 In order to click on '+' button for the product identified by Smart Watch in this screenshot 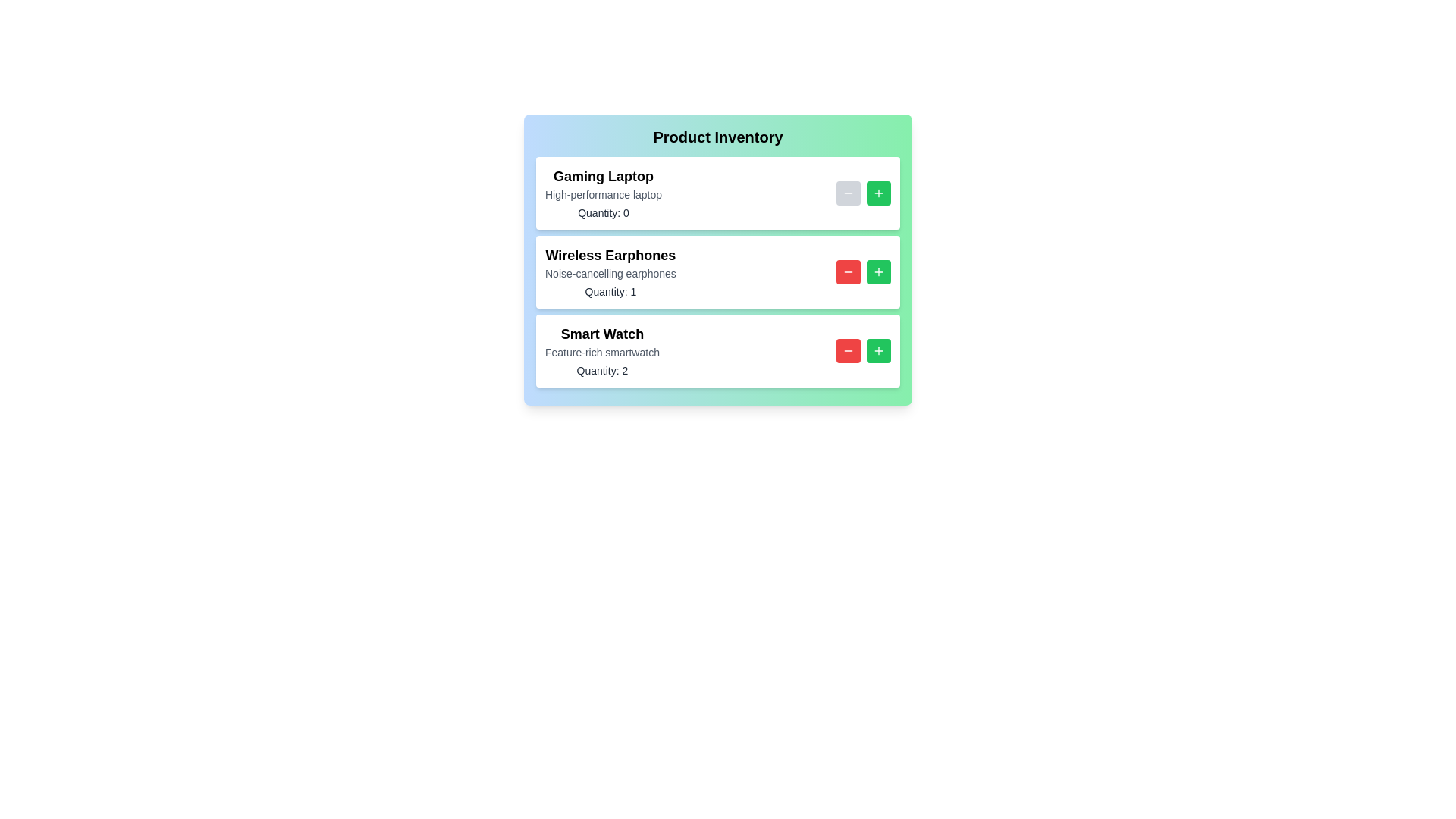, I will do `click(878, 350)`.